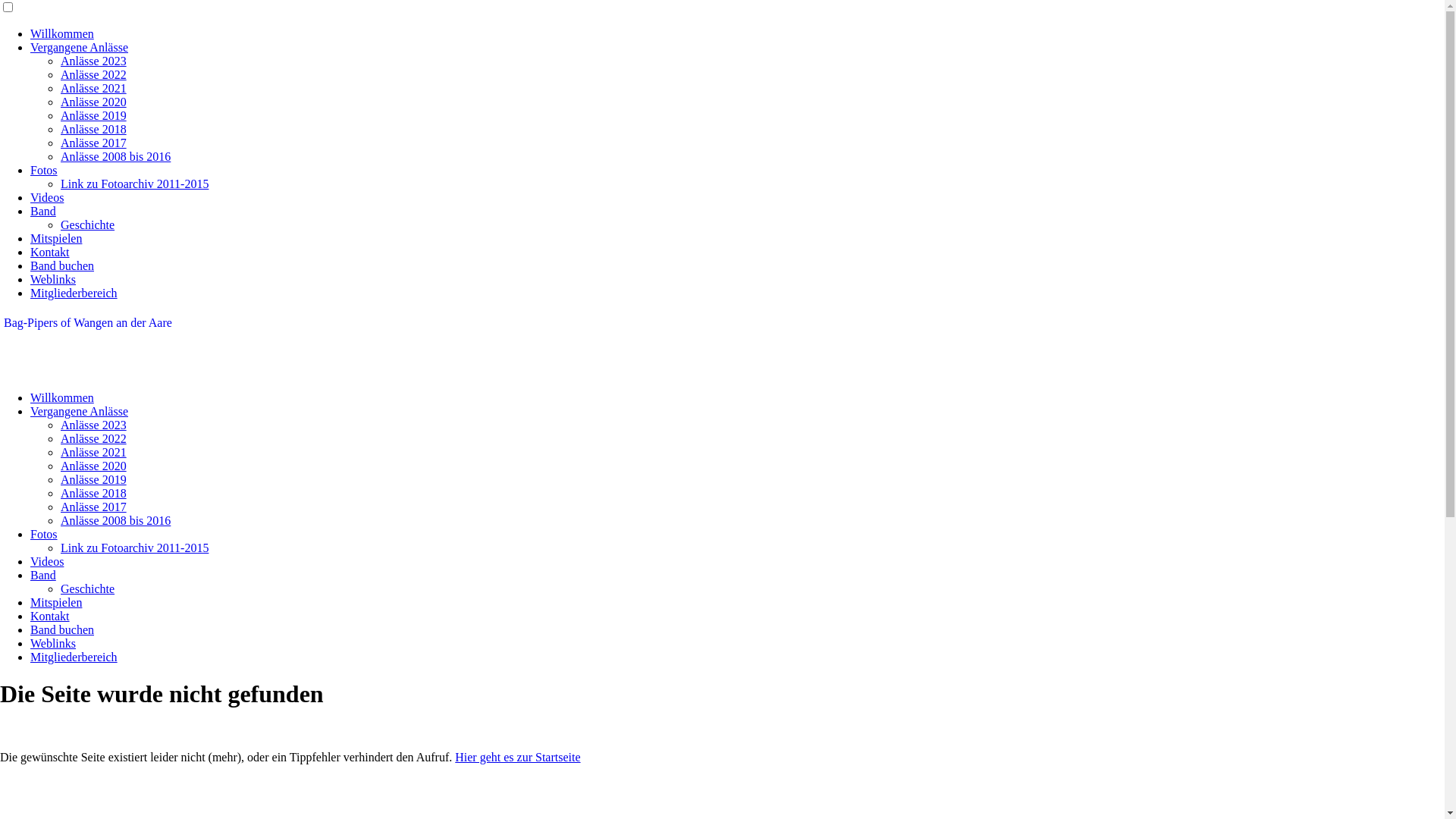  I want to click on 'Willkommen', so click(30, 397).